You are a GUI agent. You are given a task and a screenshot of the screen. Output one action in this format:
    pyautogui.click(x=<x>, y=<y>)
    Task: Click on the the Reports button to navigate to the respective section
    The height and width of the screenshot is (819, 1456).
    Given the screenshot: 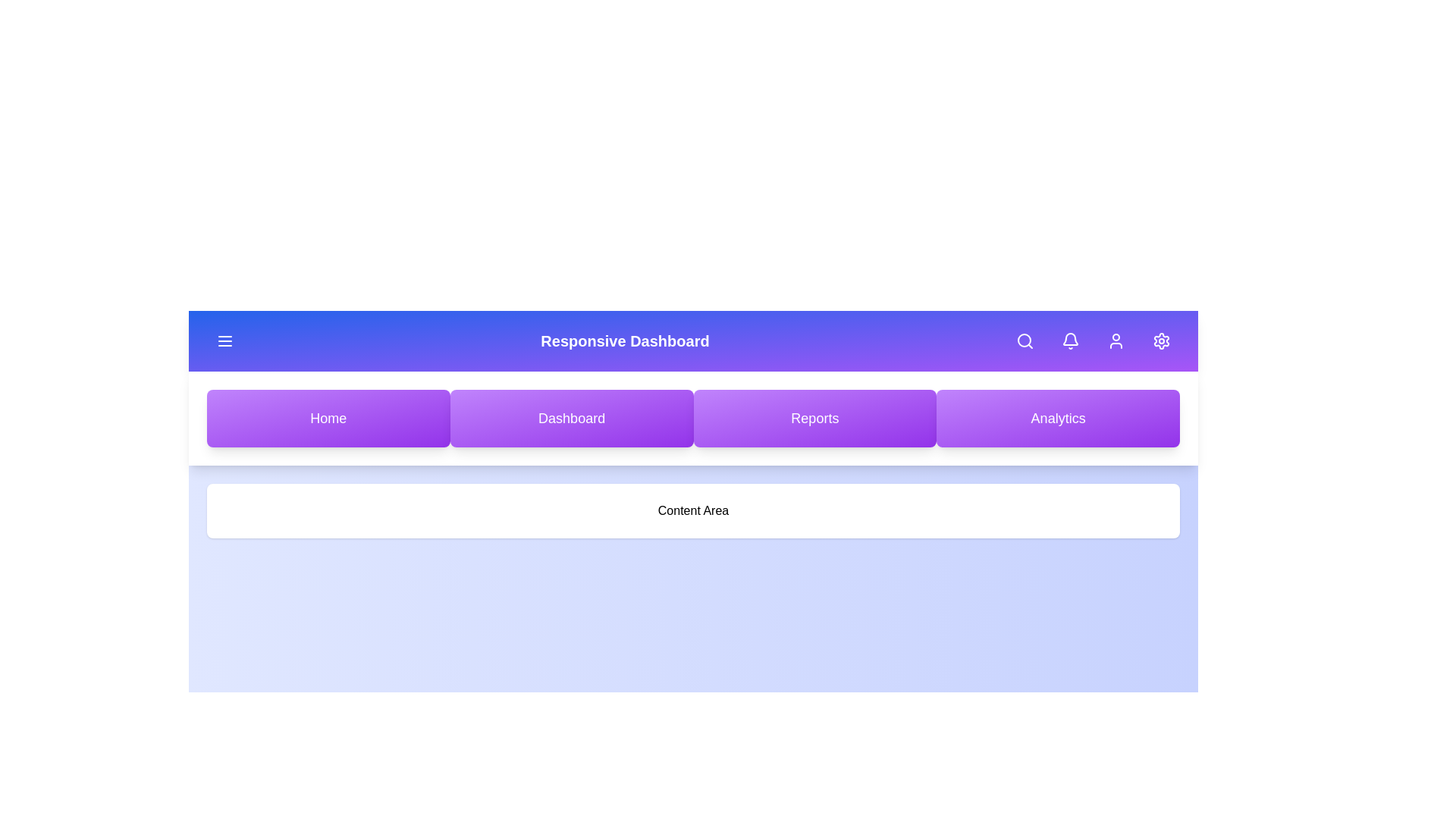 What is the action you would take?
    pyautogui.click(x=814, y=418)
    